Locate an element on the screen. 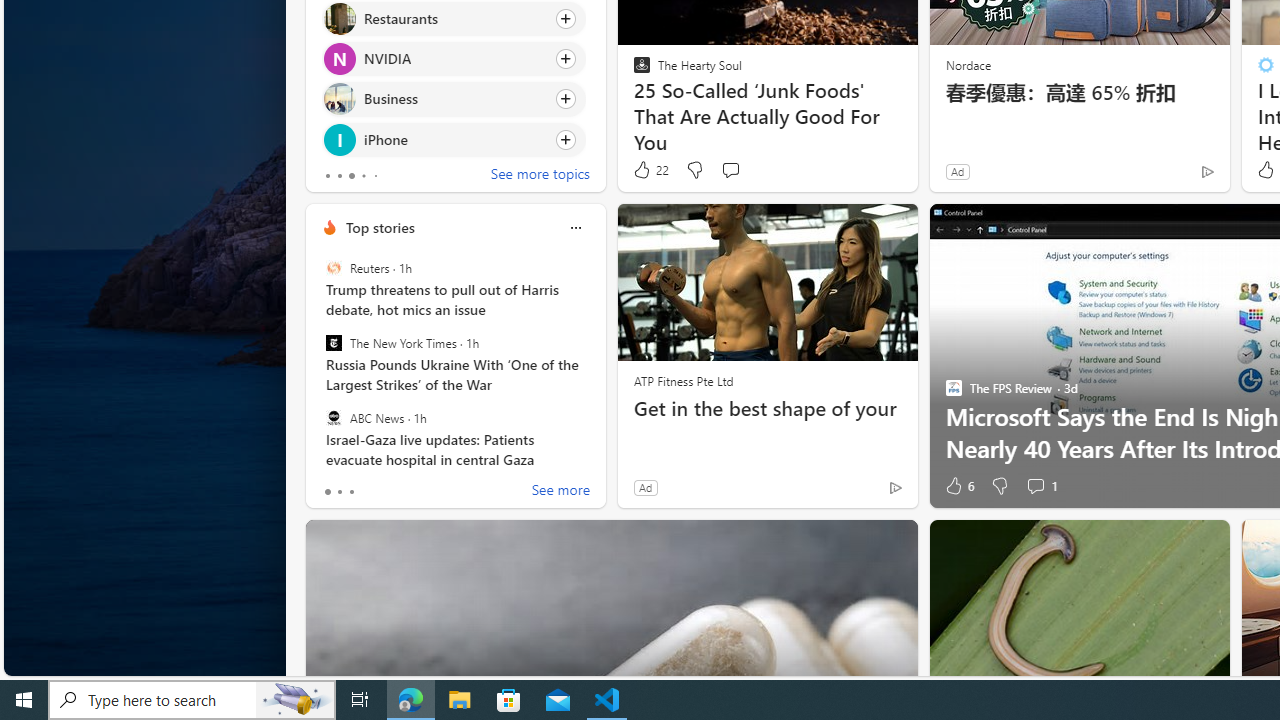 This screenshot has height=720, width=1280. 'Click to follow topic Business' is located at coordinates (452, 99).